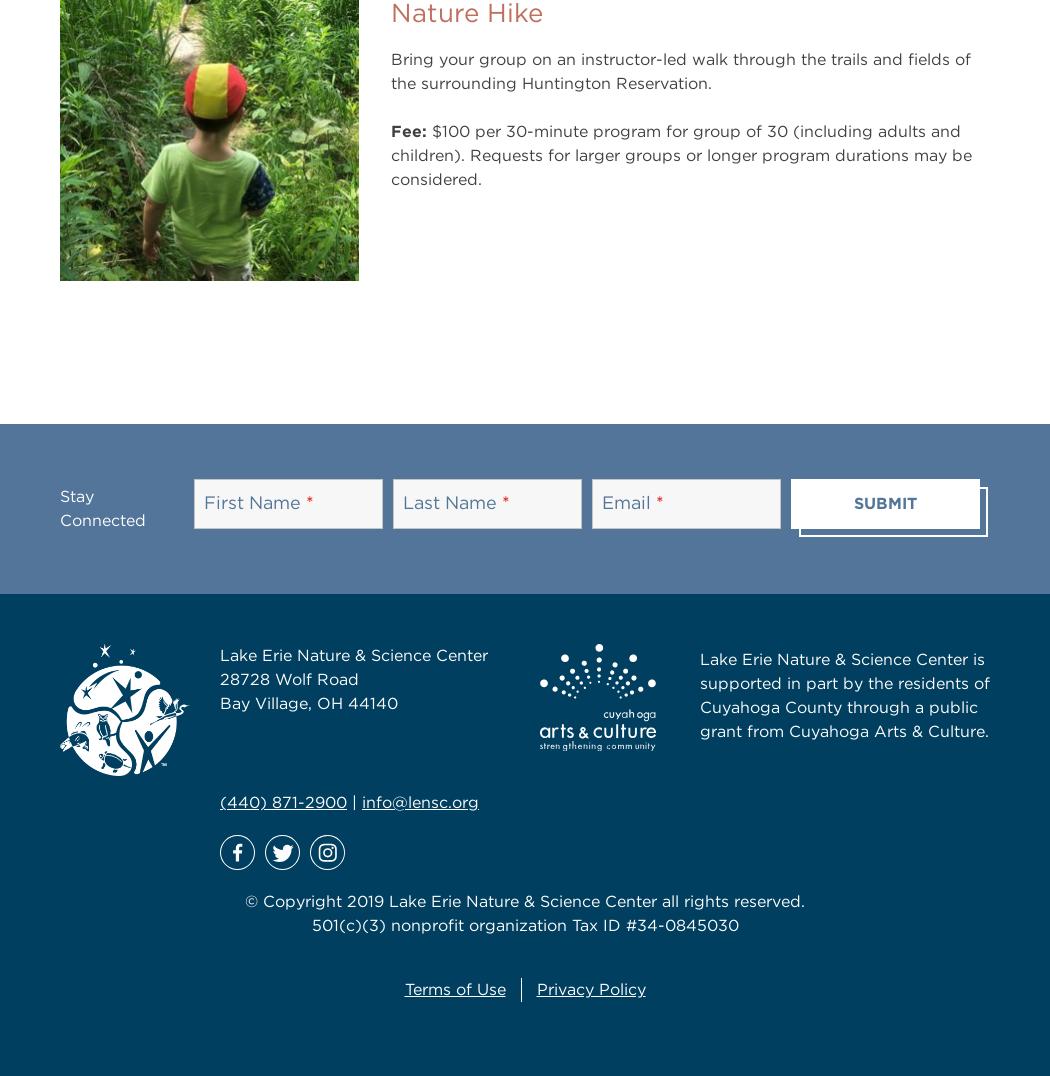 The width and height of the screenshot is (1050, 1076). What do you see at coordinates (352, 802) in the screenshot?
I see `'|'` at bounding box center [352, 802].